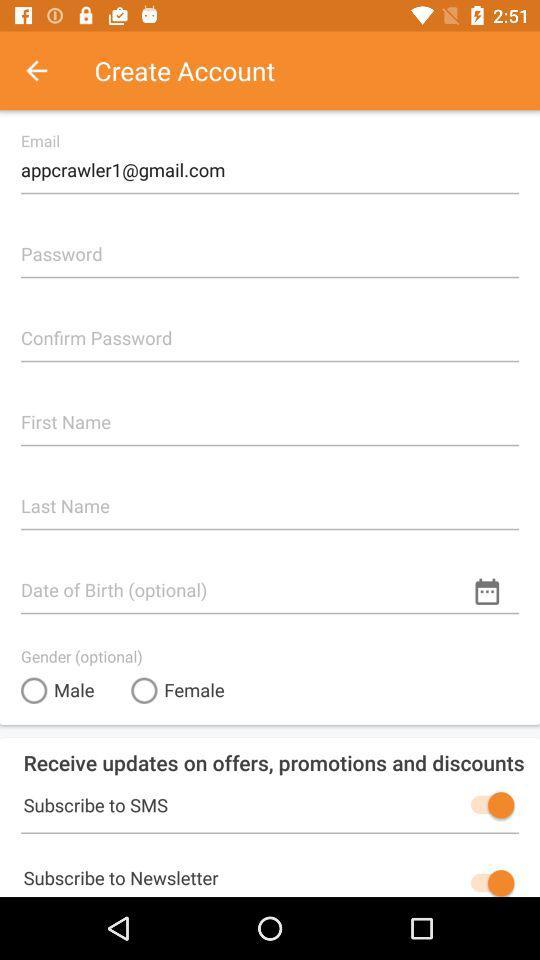  What do you see at coordinates (270, 497) in the screenshot?
I see `type your last name` at bounding box center [270, 497].